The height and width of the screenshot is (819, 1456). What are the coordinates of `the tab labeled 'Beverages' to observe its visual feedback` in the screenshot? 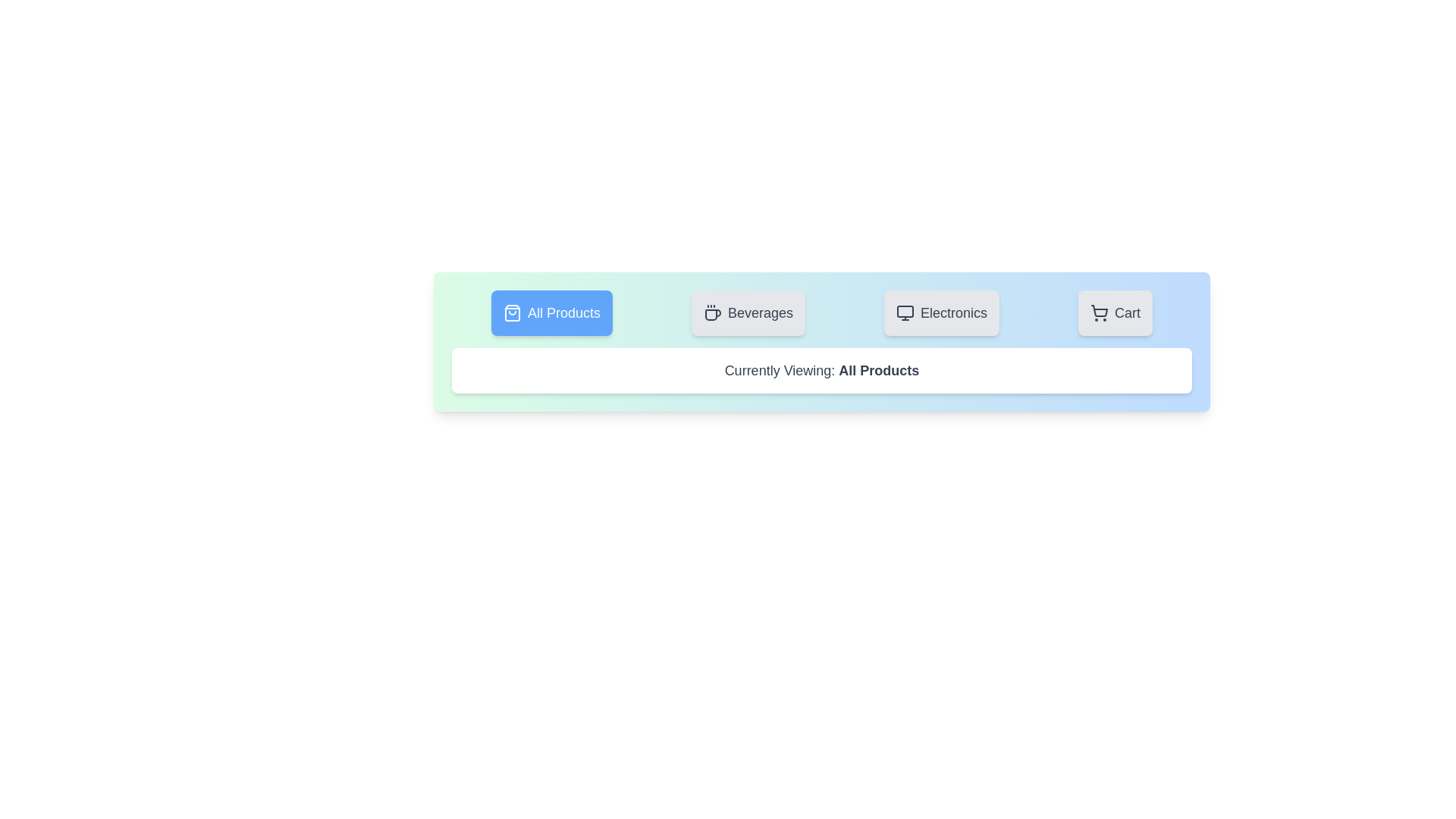 It's located at (748, 312).